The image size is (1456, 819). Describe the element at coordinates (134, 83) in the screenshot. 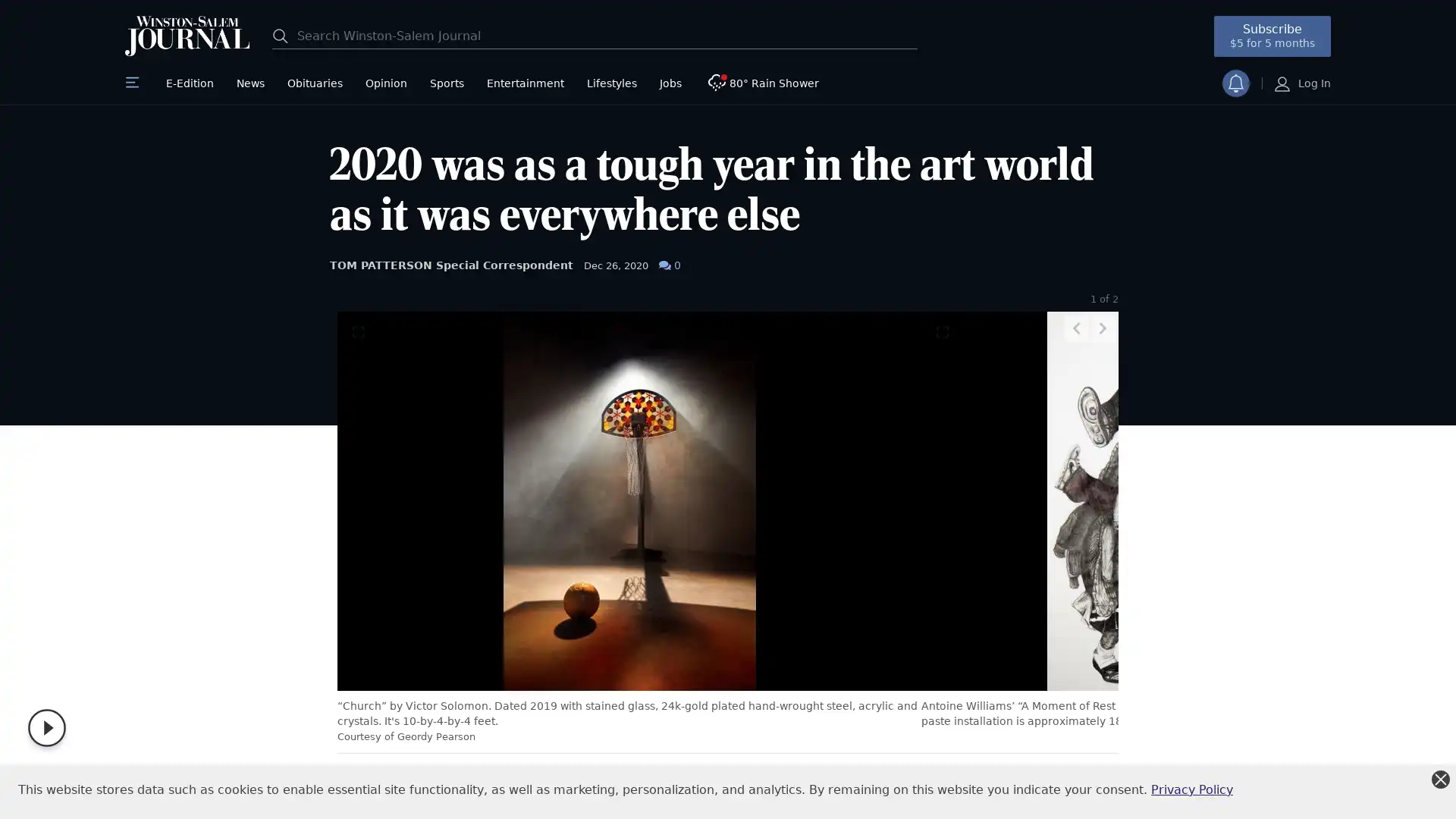

I see `Main Menu` at that location.